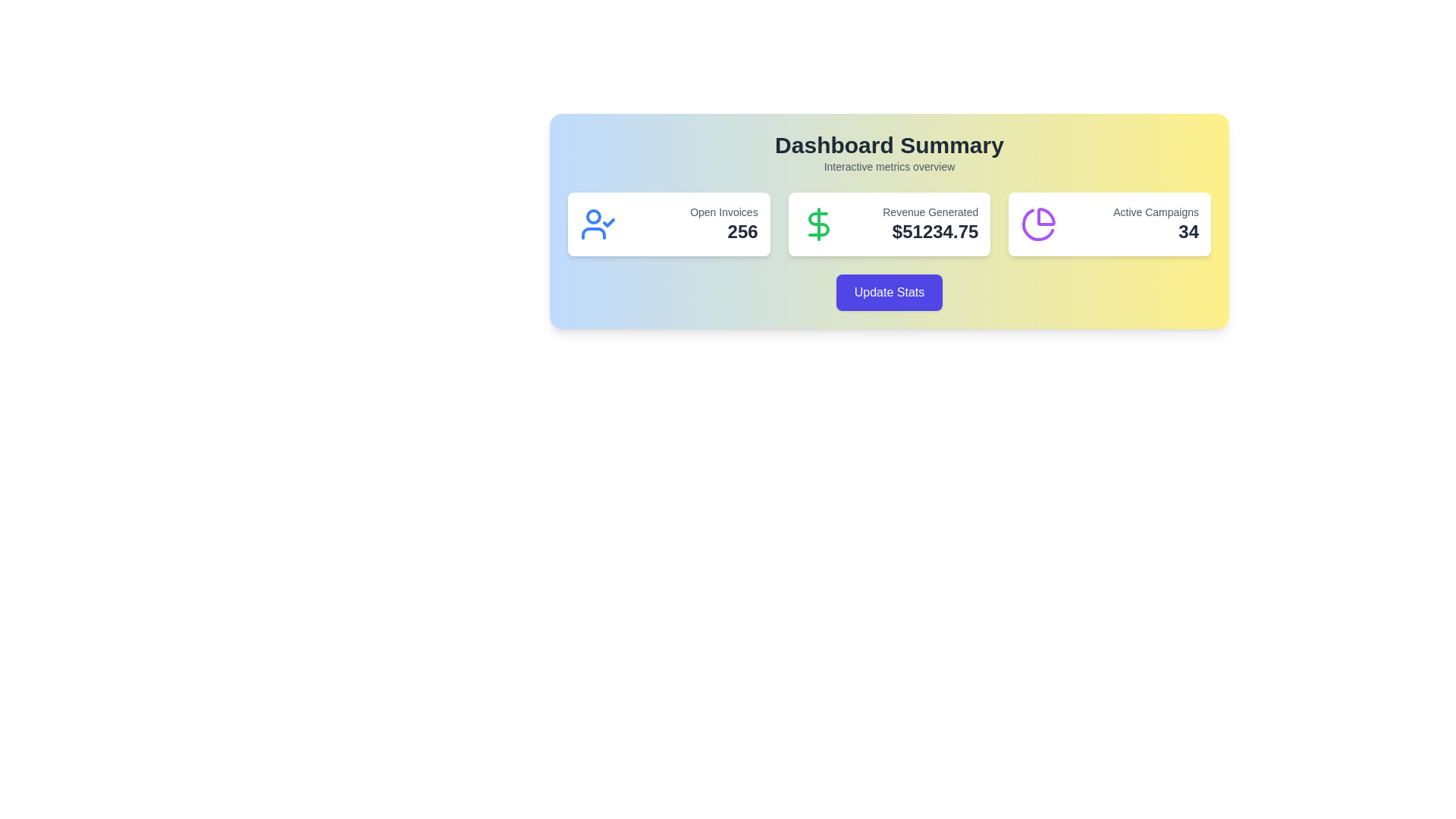  I want to click on the static text displaying the count of open invoices ('256') located in the top-left card of the dashboard summary, so click(723, 231).